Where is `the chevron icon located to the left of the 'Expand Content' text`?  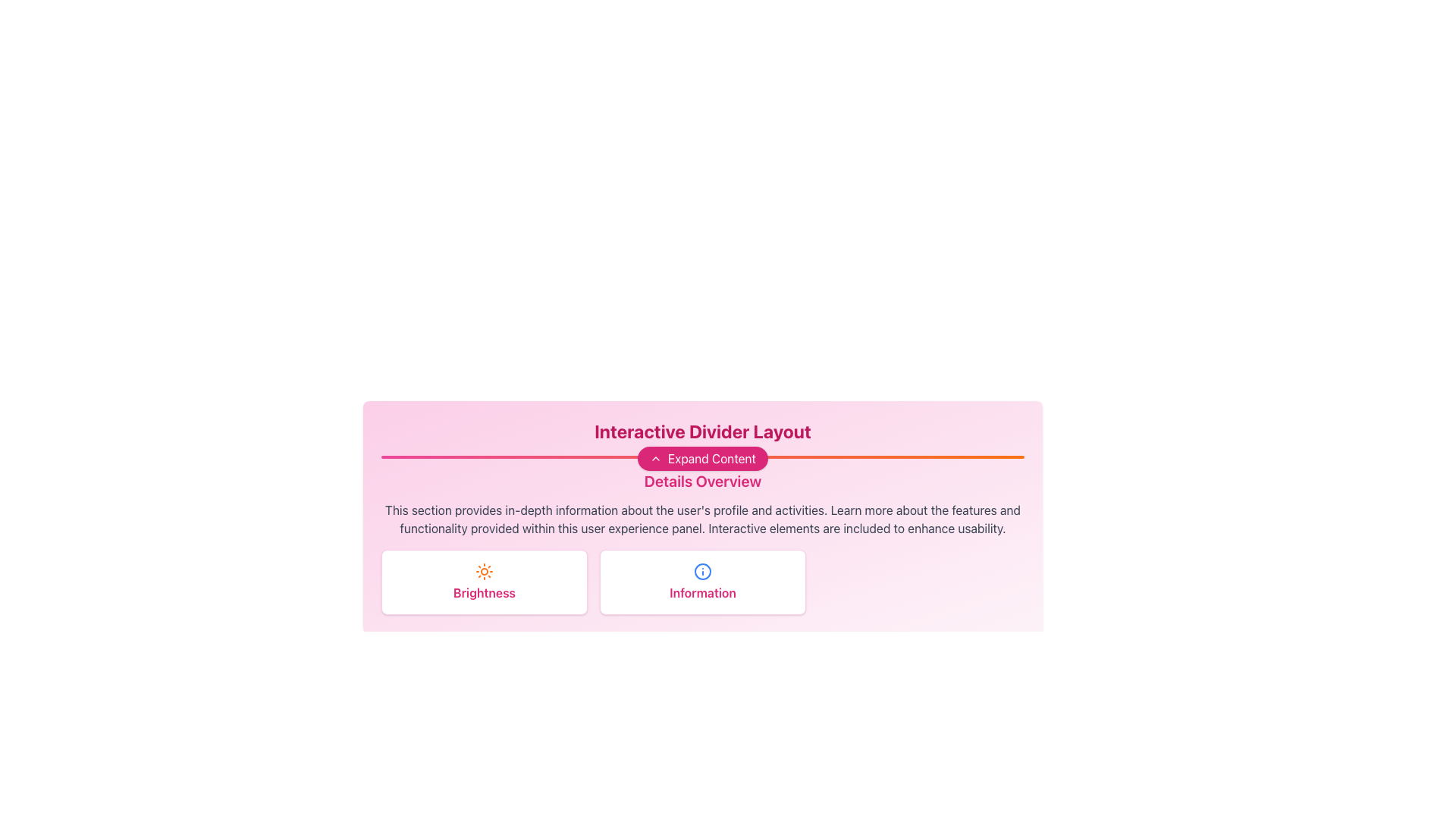
the chevron icon located to the left of the 'Expand Content' text is located at coordinates (655, 458).